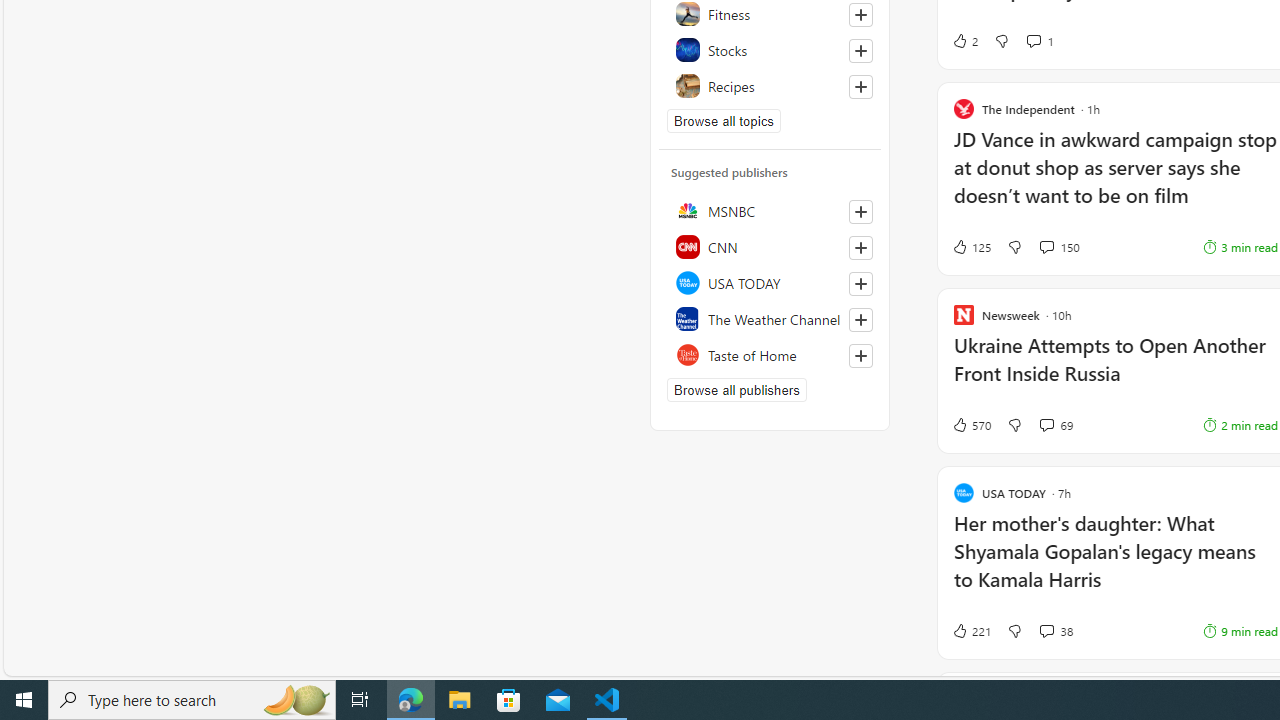 This screenshot has height=720, width=1280. Describe the element at coordinates (1055, 424) in the screenshot. I see `'View comments 69 Comment'` at that location.